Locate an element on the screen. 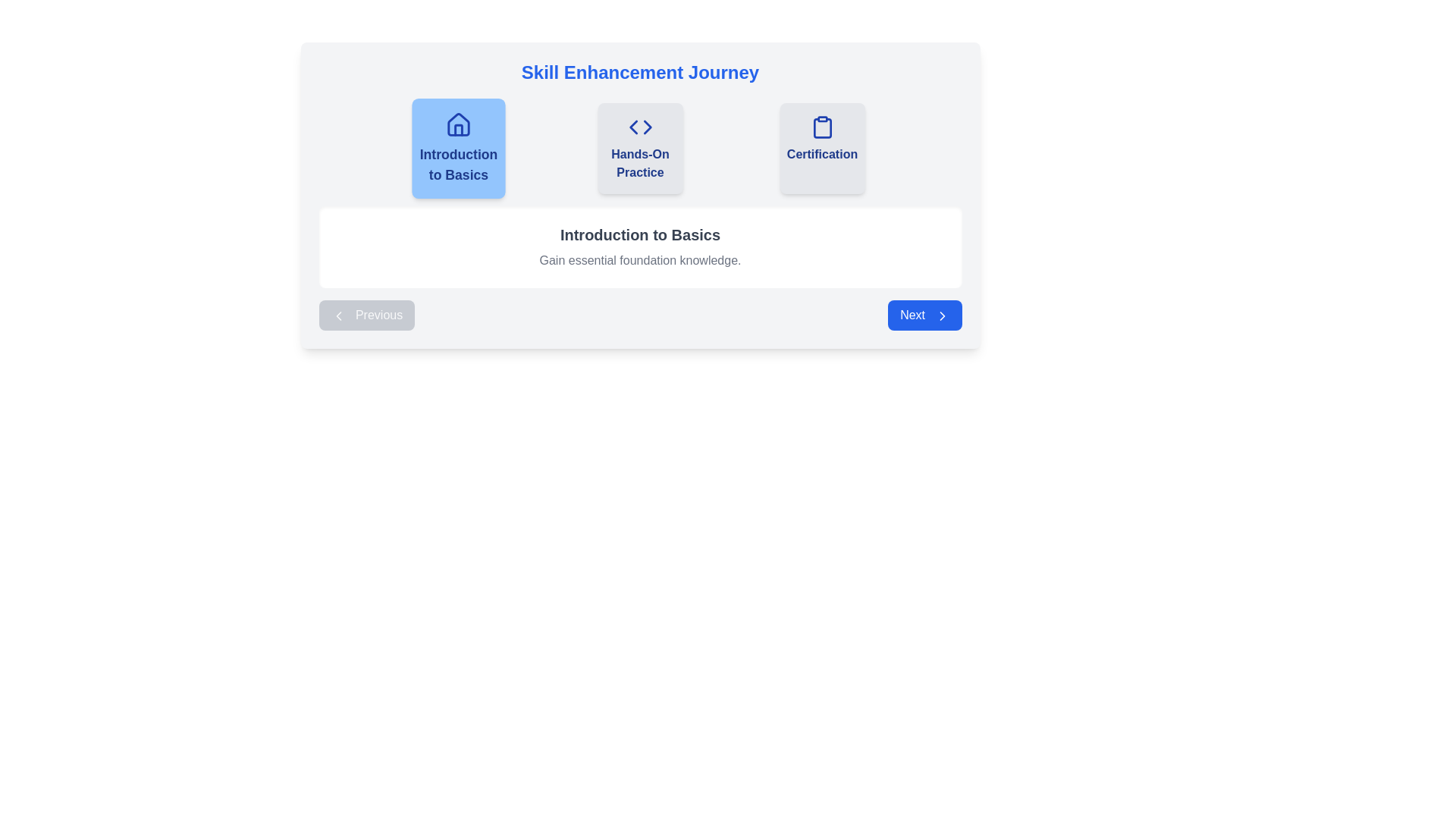 This screenshot has height=819, width=1456. the chevron icon located on the far right side of the 'Next' button to interact with the button is located at coordinates (941, 315).